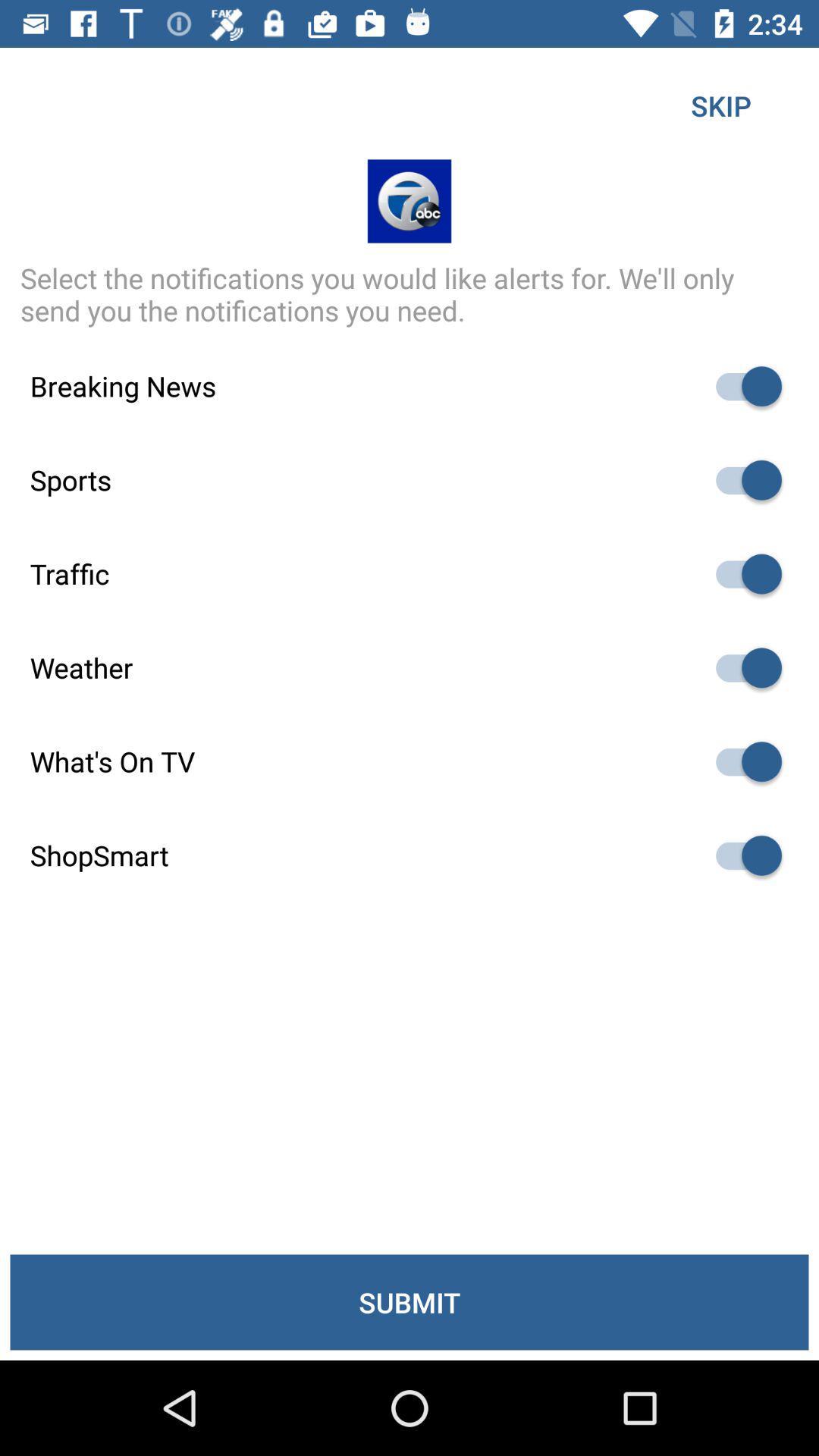 This screenshot has height=1456, width=819. Describe the element at coordinates (741, 761) in the screenshot. I see `switch auto play option` at that location.